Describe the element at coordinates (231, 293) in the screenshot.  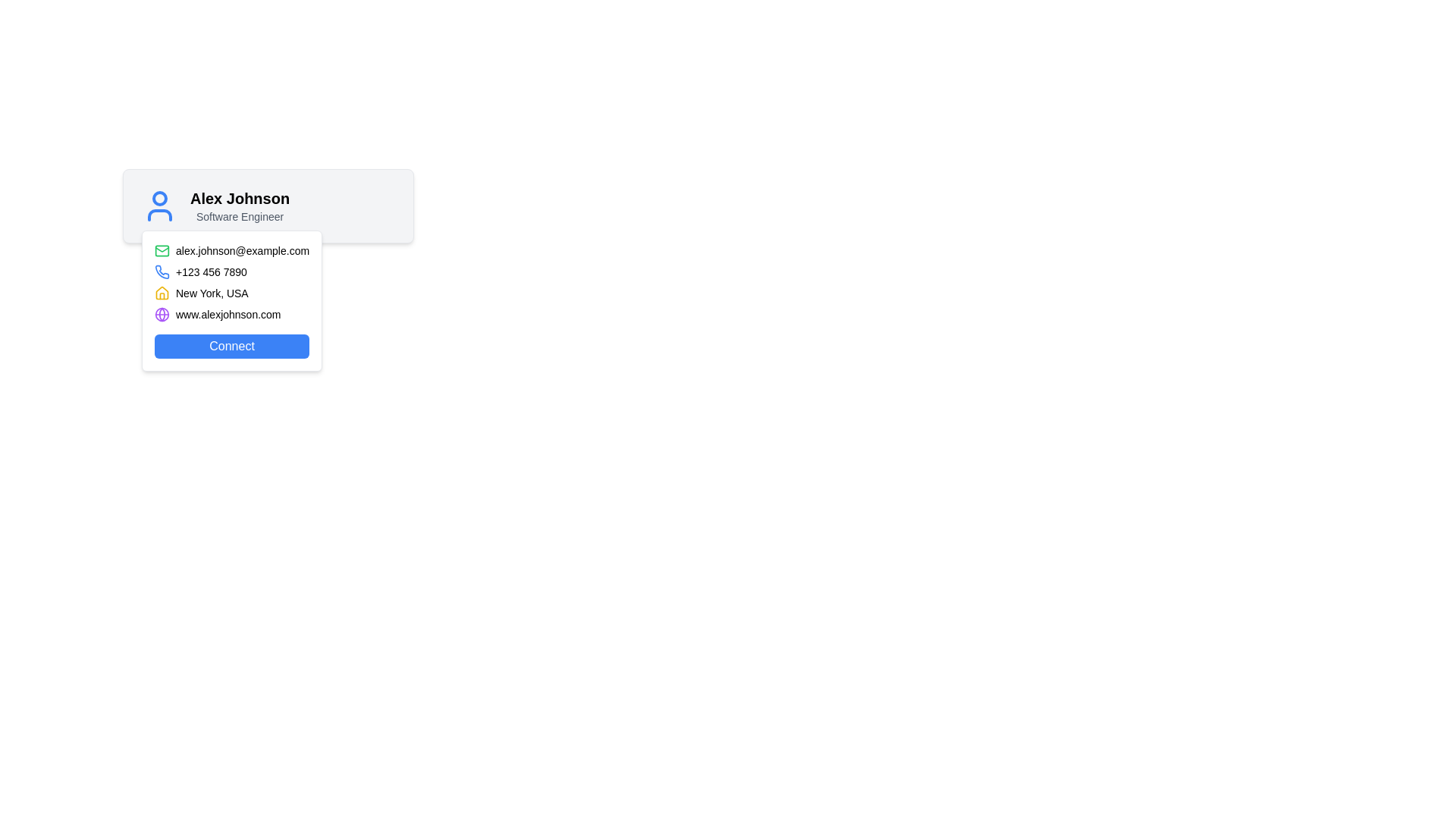
I see `displayed text 'New York, USA' from the label that includes a house icon on the left, located in the third row of the contact information section` at that location.